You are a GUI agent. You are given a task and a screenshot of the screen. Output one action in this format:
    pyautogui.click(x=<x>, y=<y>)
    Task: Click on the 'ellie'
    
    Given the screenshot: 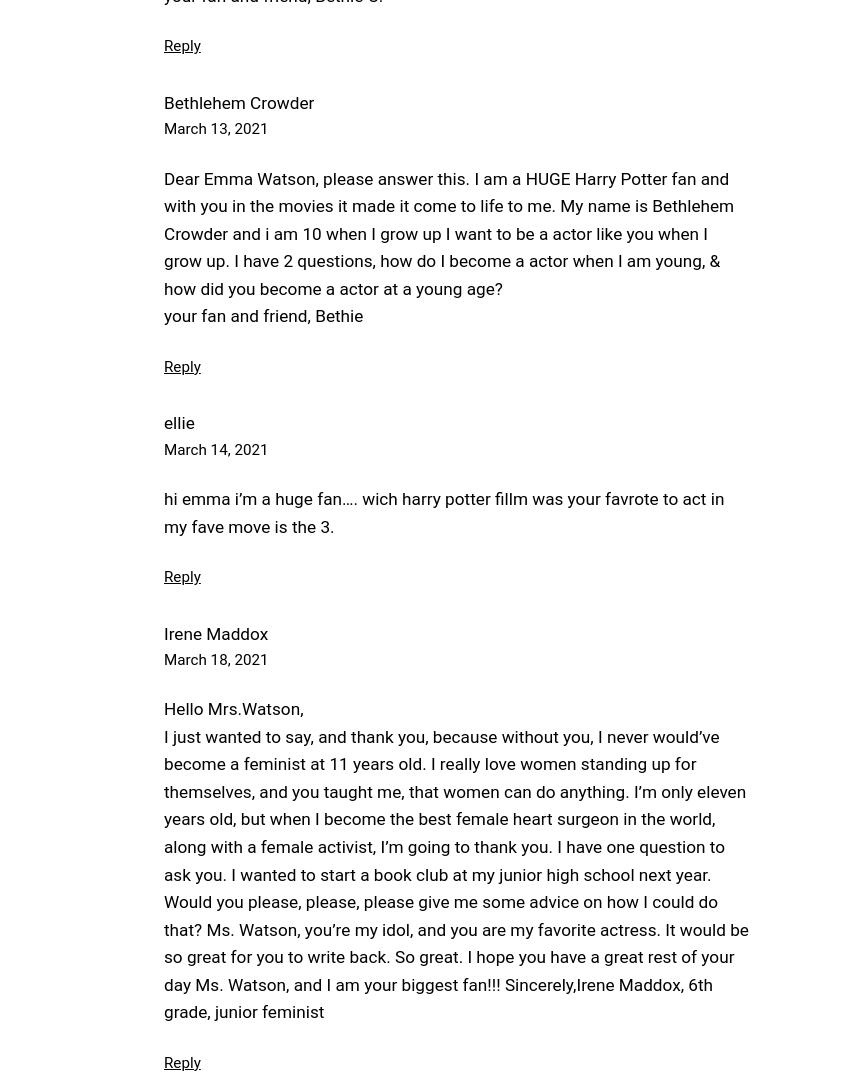 What is the action you would take?
    pyautogui.click(x=178, y=423)
    